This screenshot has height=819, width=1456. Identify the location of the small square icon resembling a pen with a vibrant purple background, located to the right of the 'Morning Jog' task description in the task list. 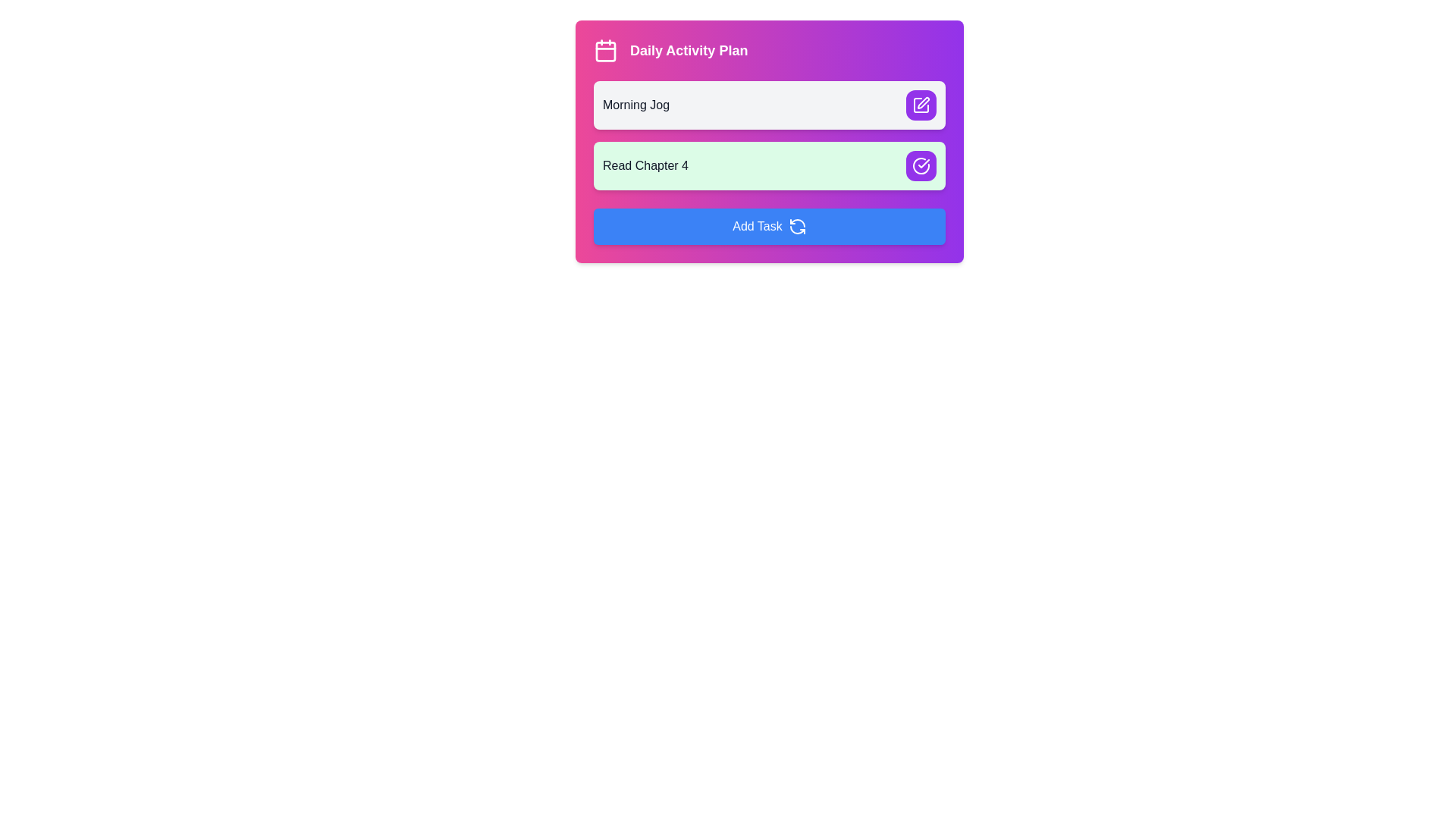
(920, 104).